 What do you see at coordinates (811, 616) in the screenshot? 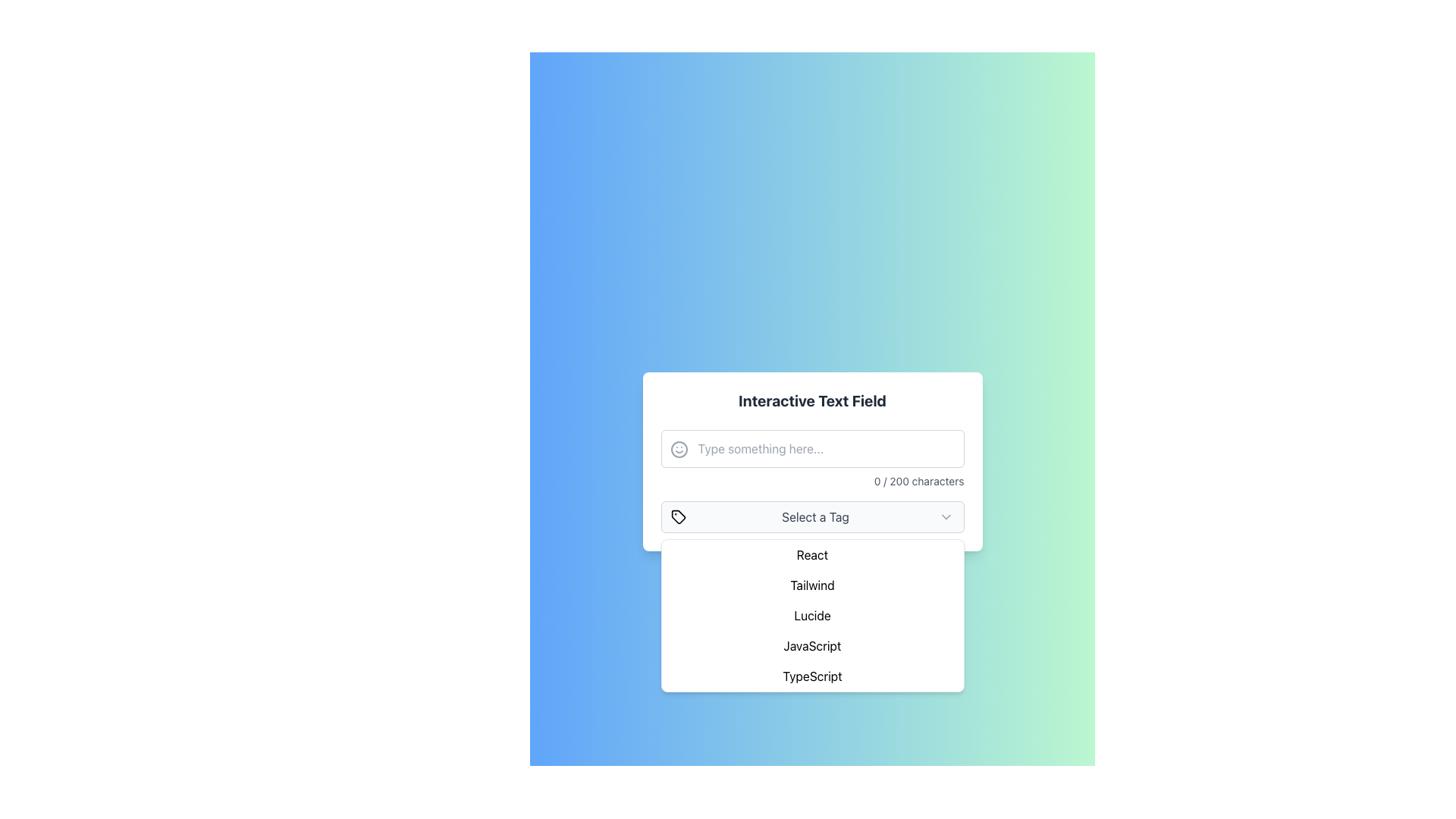
I see `the Dropdown Menu located below the 'Select a Tag' button` at bounding box center [811, 616].